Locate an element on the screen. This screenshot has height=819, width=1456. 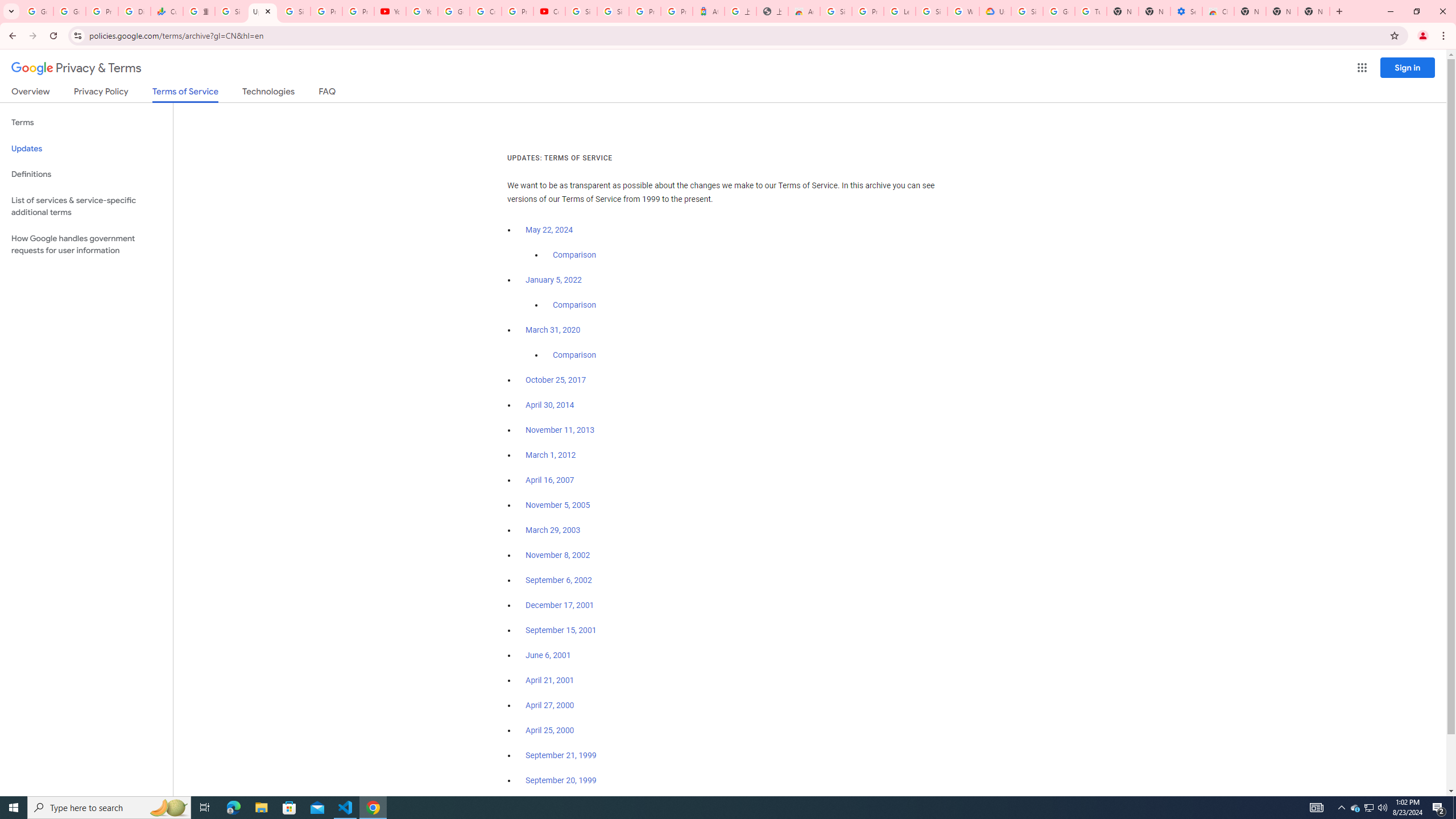
'How Google handles government requests for user information' is located at coordinates (86, 243).